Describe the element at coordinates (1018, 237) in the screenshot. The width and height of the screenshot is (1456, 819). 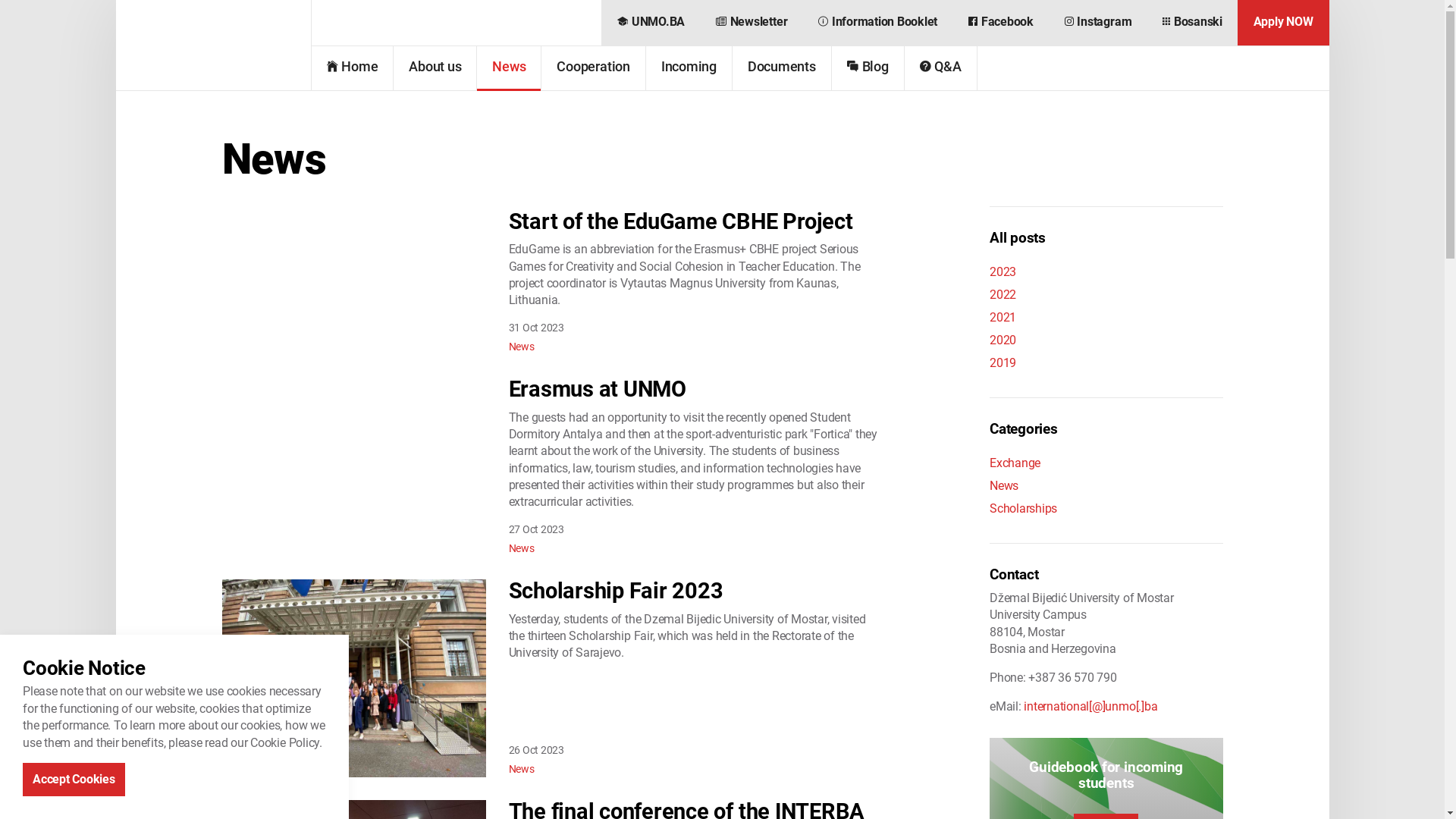
I see `'All posts'` at that location.